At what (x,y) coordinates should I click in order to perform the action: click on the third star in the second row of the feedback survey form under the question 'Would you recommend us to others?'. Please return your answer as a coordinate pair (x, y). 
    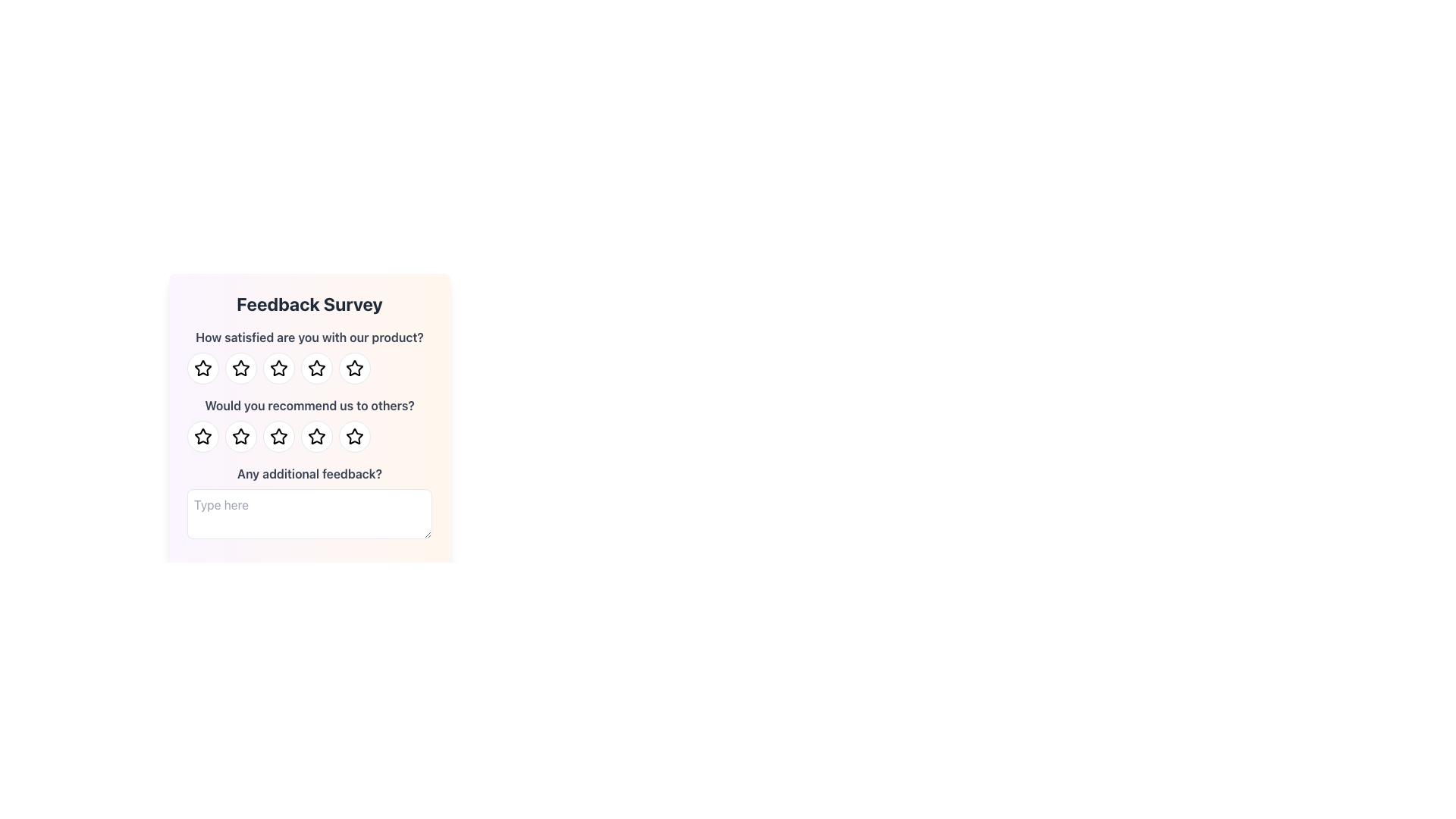
    Looking at the image, I should click on (315, 436).